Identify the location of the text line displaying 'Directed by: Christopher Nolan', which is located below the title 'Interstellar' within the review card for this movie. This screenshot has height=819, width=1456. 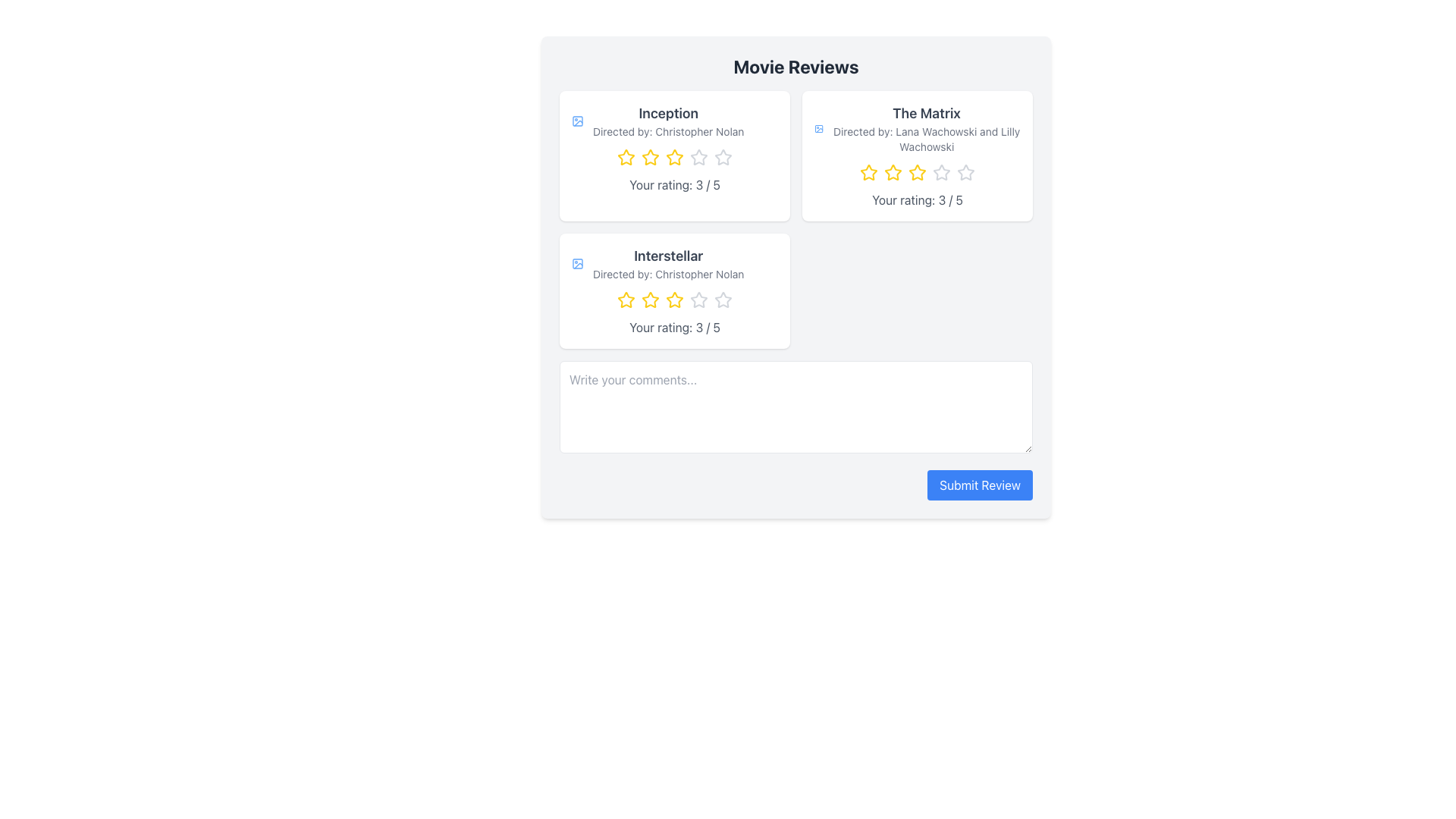
(667, 275).